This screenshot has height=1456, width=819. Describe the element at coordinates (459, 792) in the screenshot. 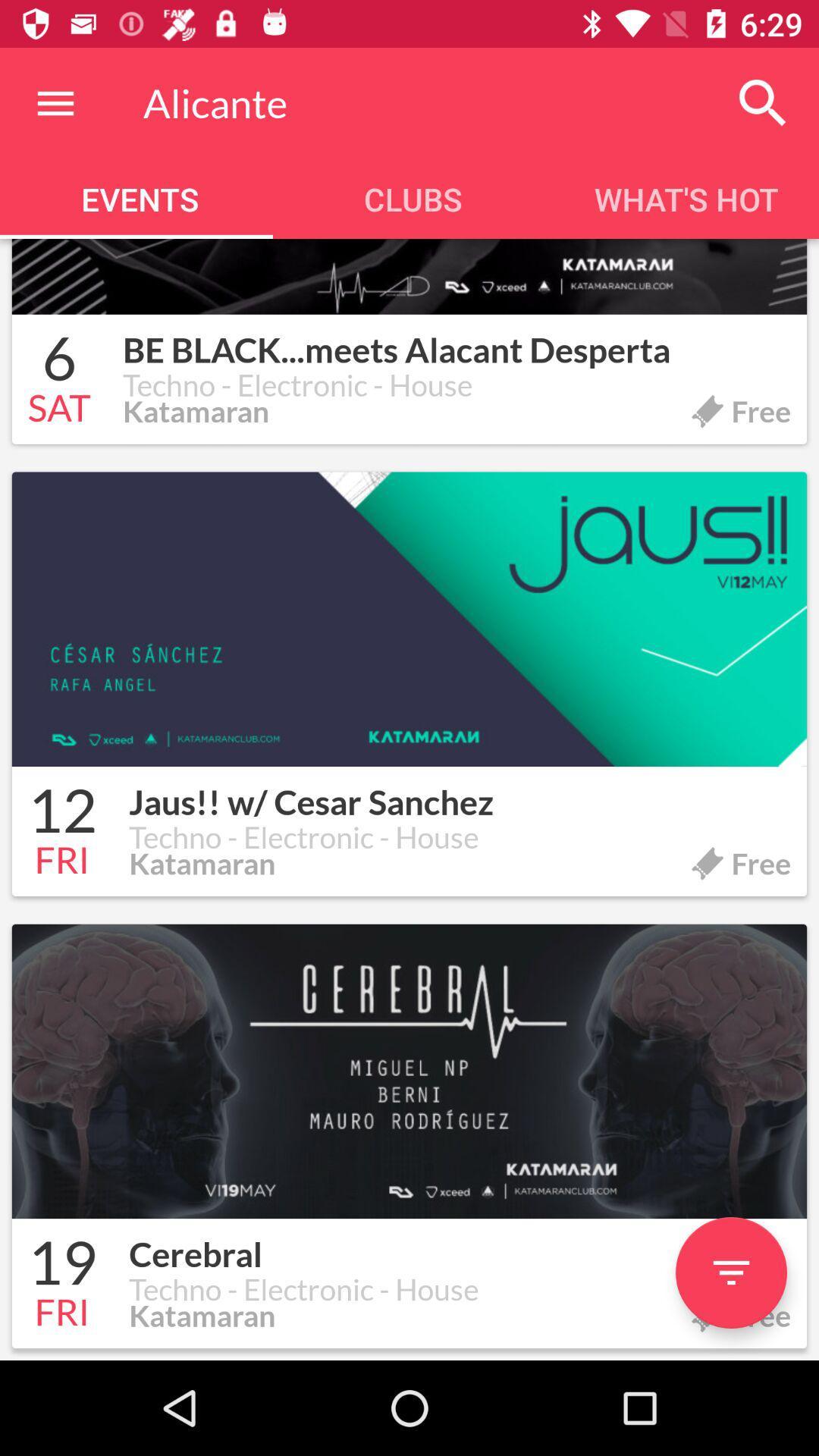

I see `jaus w cesar` at that location.